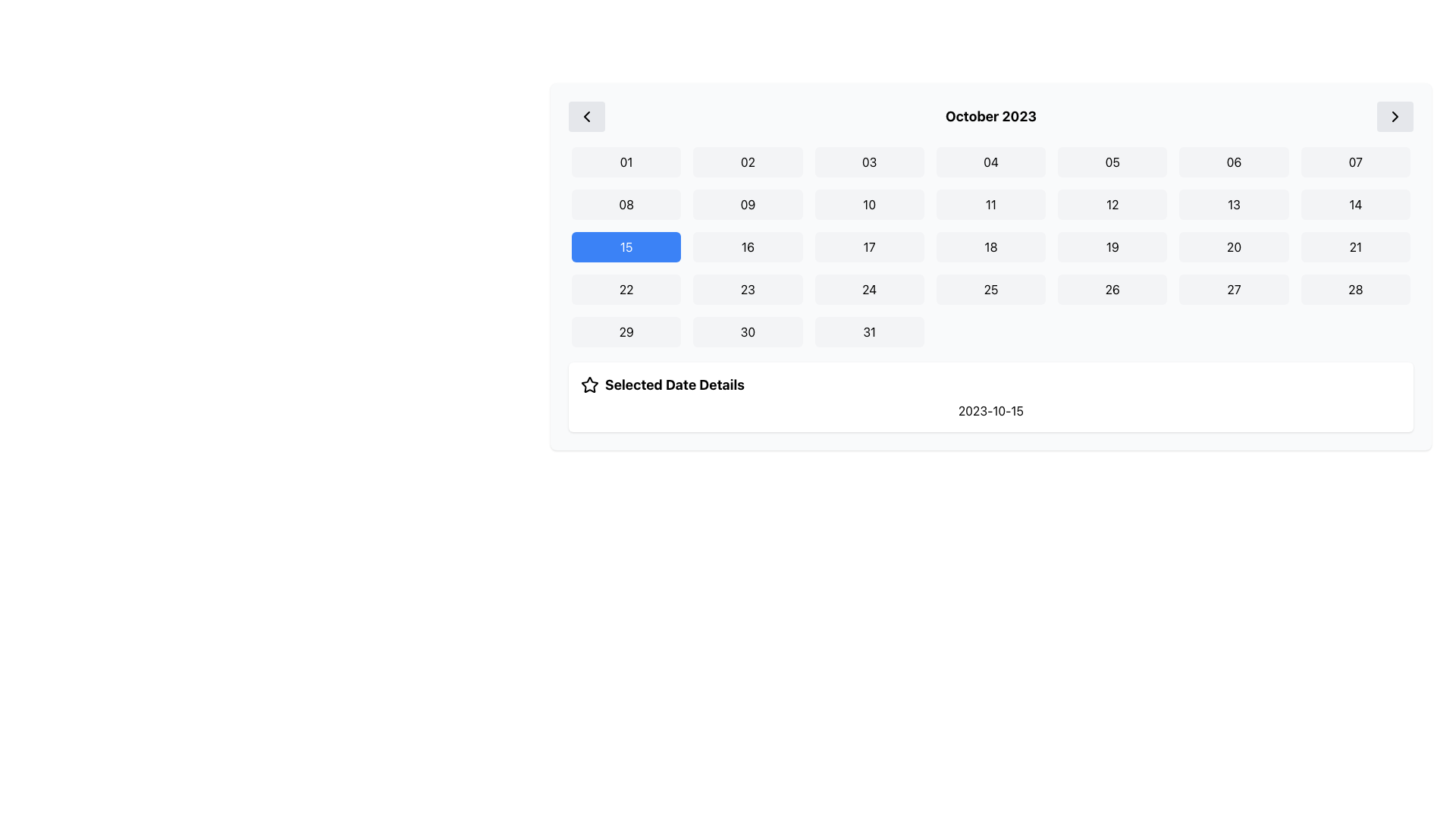 The height and width of the screenshot is (819, 1456). Describe the element at coordinates (748, 289) in the screenshot. I see `the button representing the selectable day in the calendar interface located in the fourth row and second column of the grid` at that location.